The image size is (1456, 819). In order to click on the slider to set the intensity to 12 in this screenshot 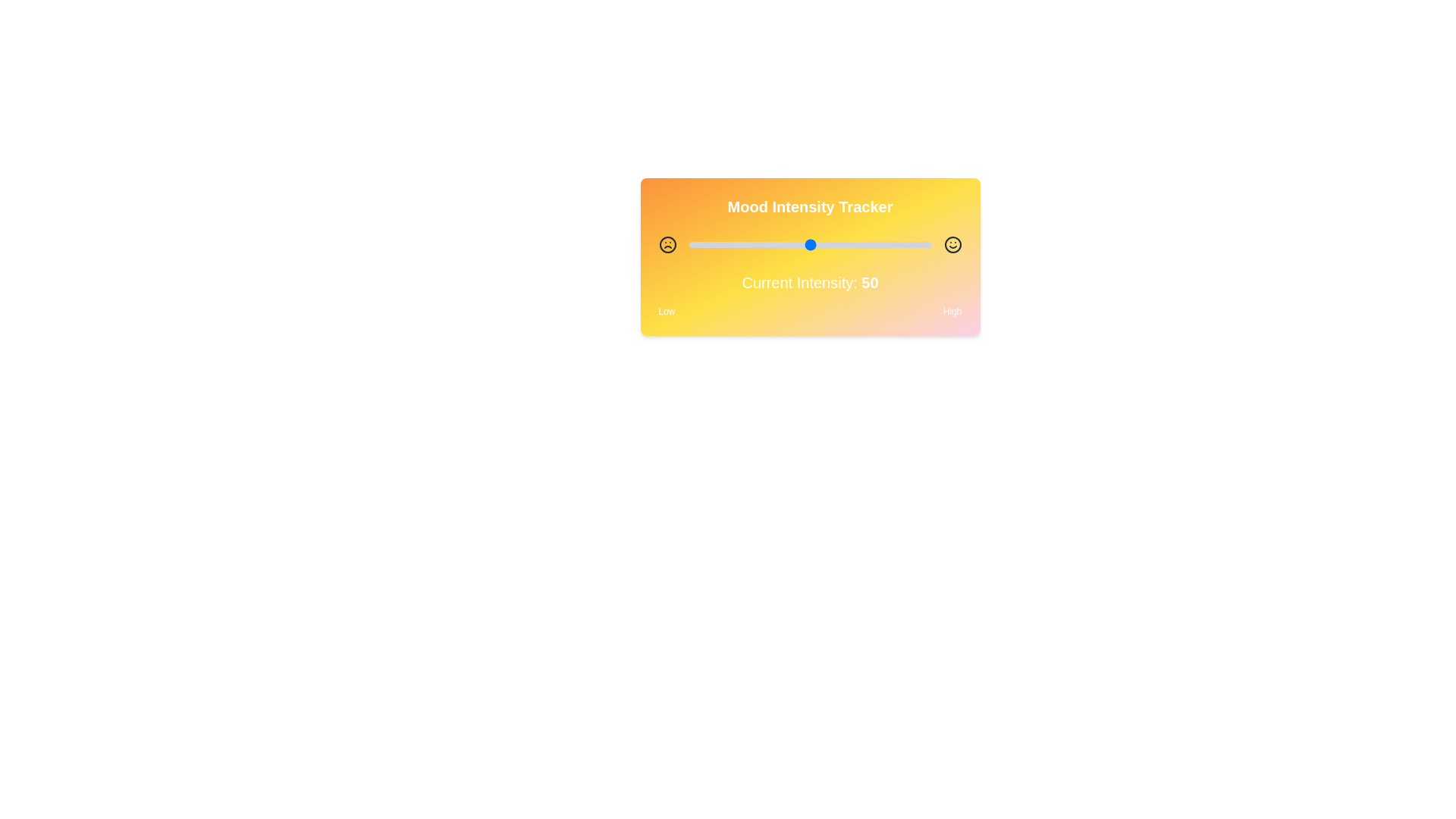, I will do `click(717, 244)`.